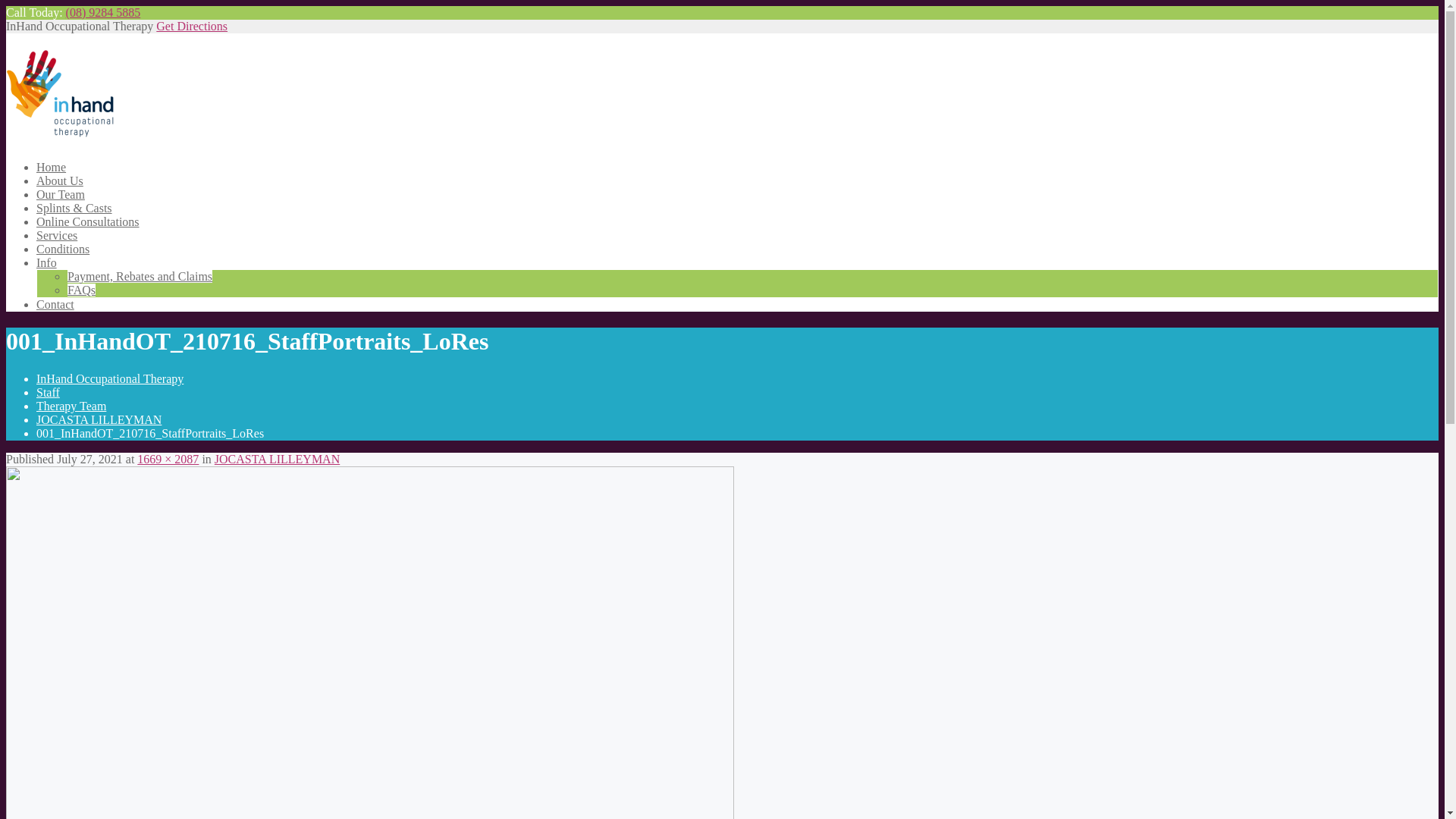  What do you see at coordinates (277, 458) in the screenshot?
I see `'JOCASTA LILLEYMAN'` at bounding box center [277, 458].